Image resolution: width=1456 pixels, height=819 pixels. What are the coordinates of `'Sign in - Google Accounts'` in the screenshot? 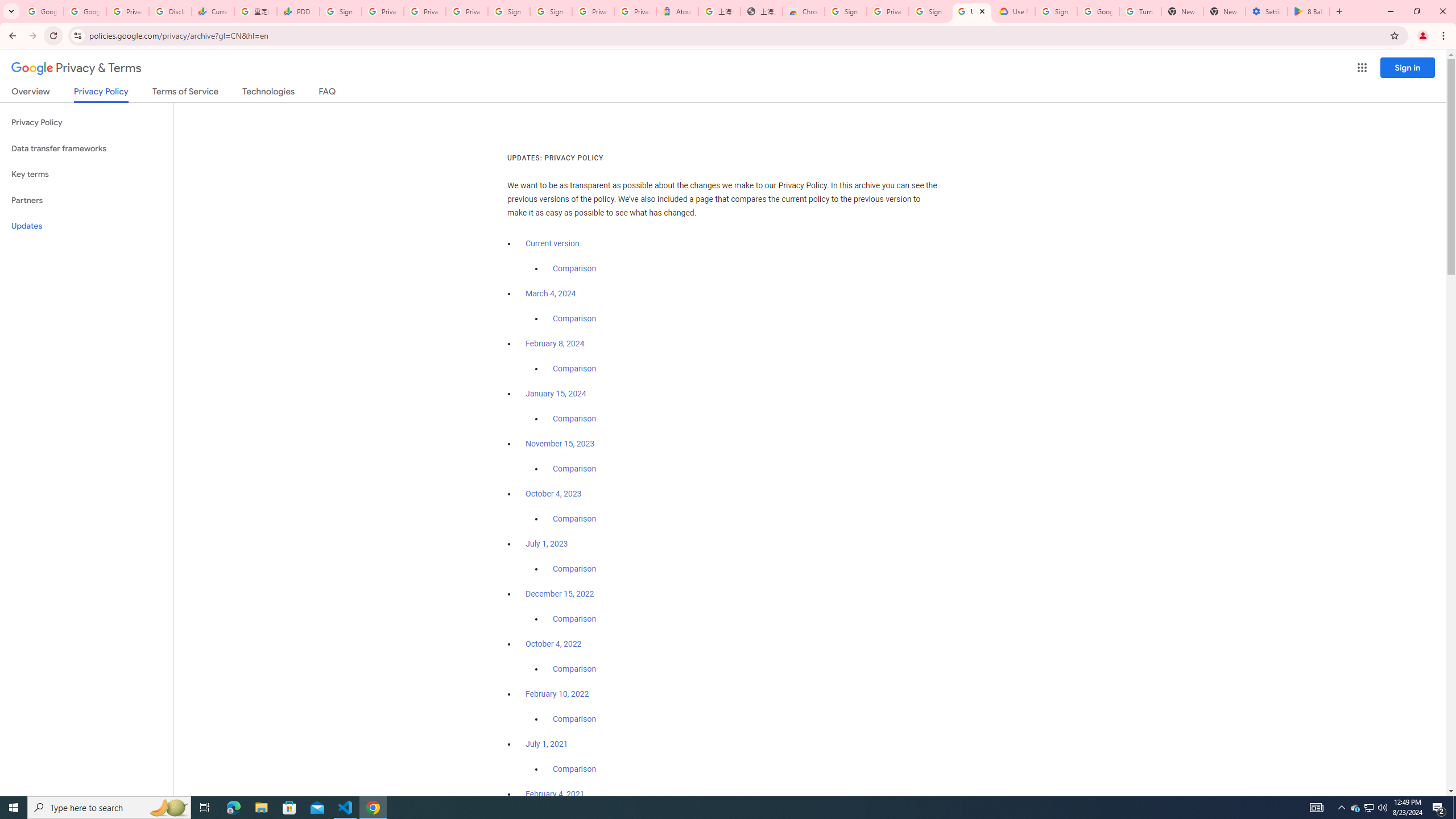 It's located at (510, 11).